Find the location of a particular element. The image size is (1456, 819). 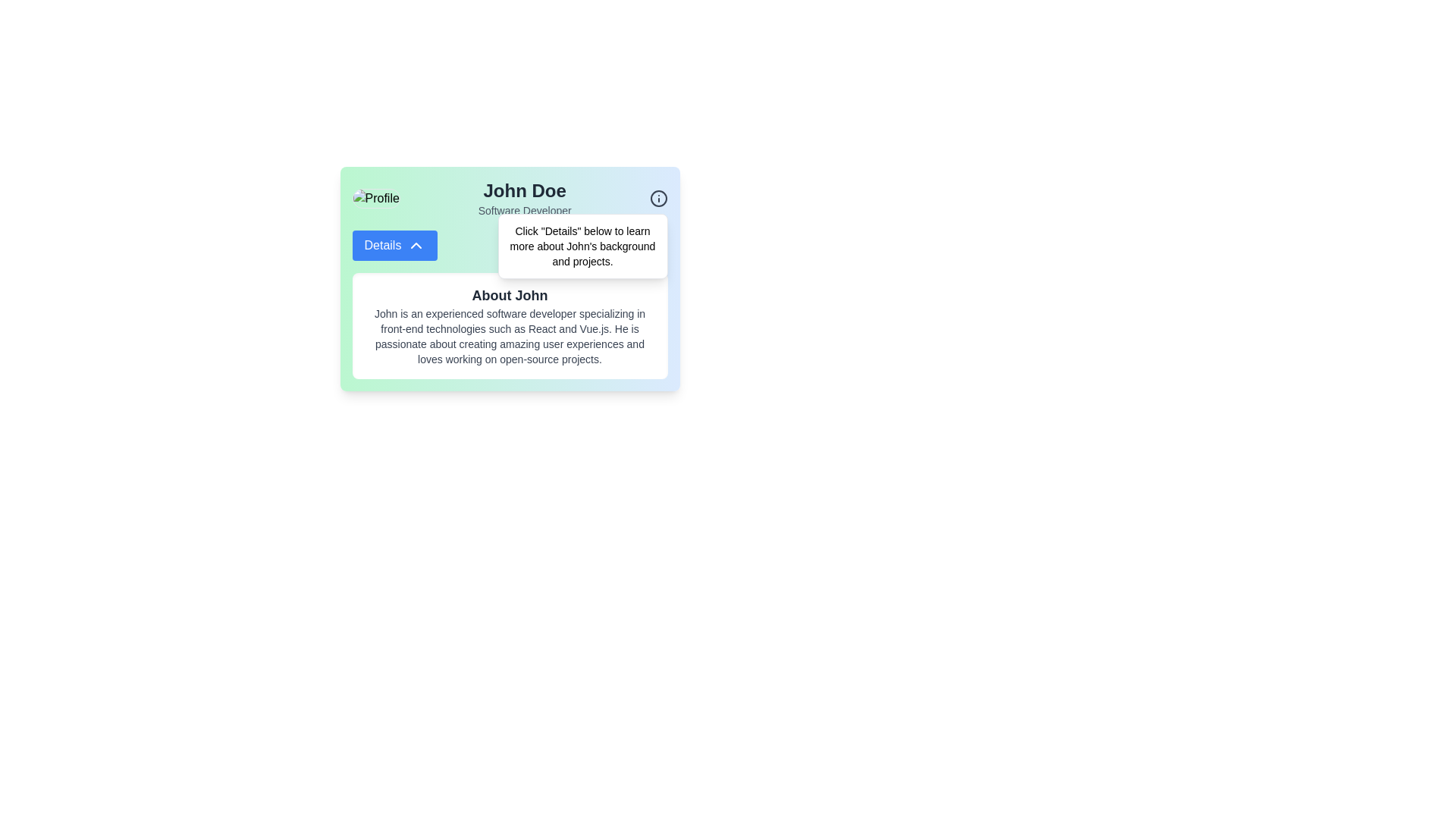

Text Label displaying the user's name, which is located at the top-center of the profile component, above the 'Software Developer' text is located at coordinates (525, 190).